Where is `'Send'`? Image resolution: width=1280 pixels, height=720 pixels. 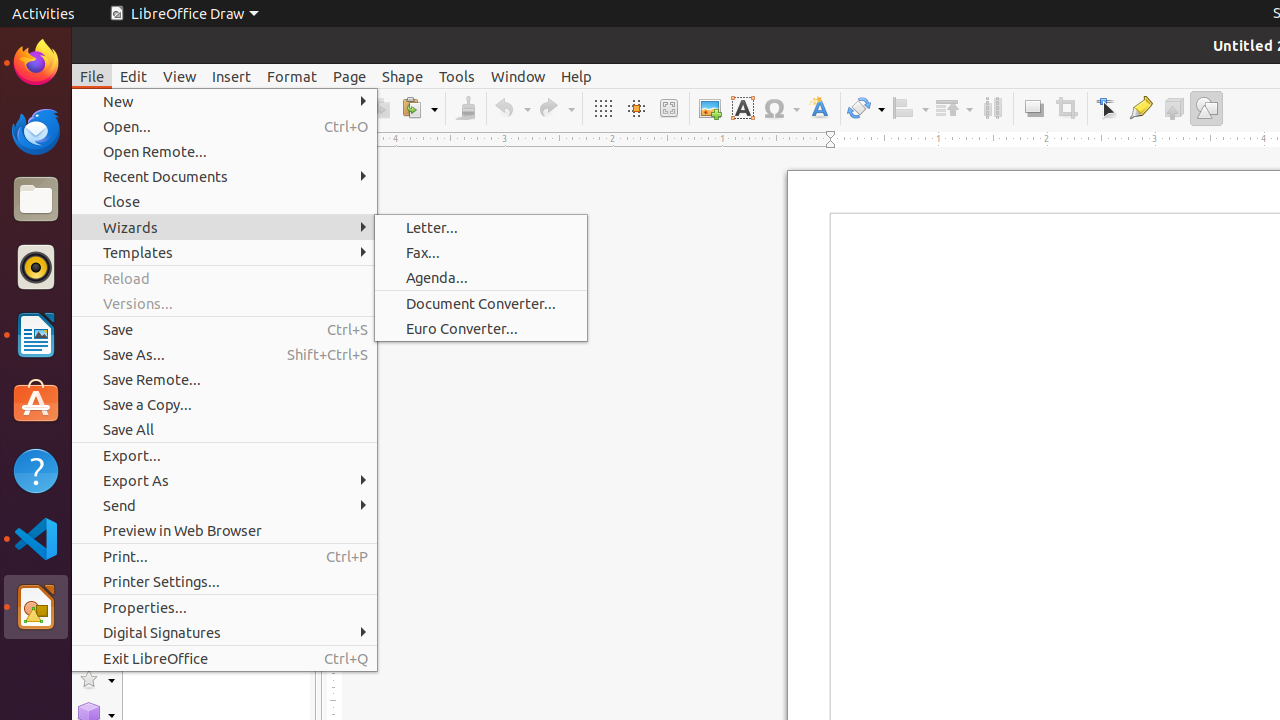 'Send' is located at coordinates (224, 504).